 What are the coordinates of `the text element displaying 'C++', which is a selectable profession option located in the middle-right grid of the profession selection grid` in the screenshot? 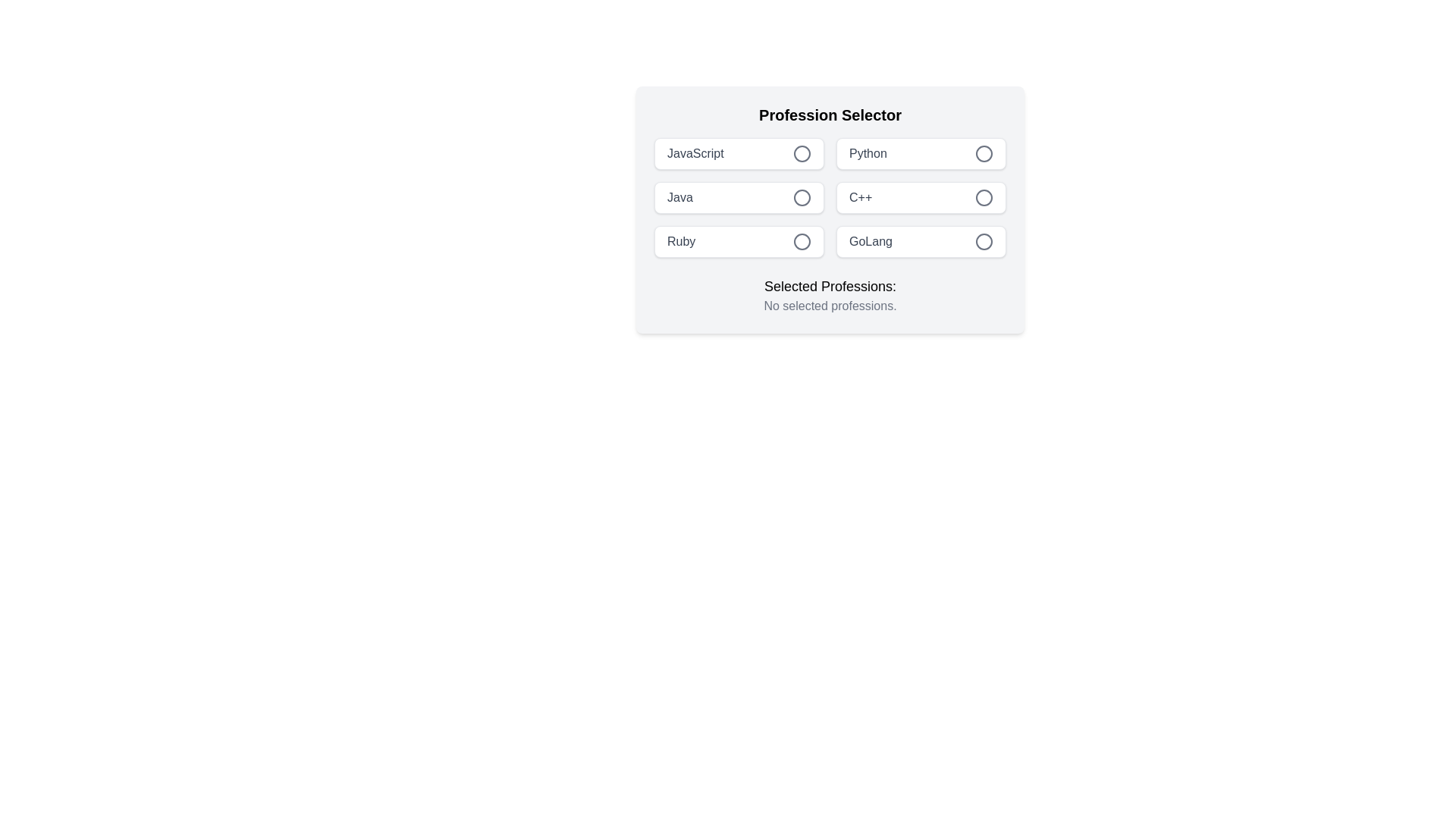 It's located at (861, 197).